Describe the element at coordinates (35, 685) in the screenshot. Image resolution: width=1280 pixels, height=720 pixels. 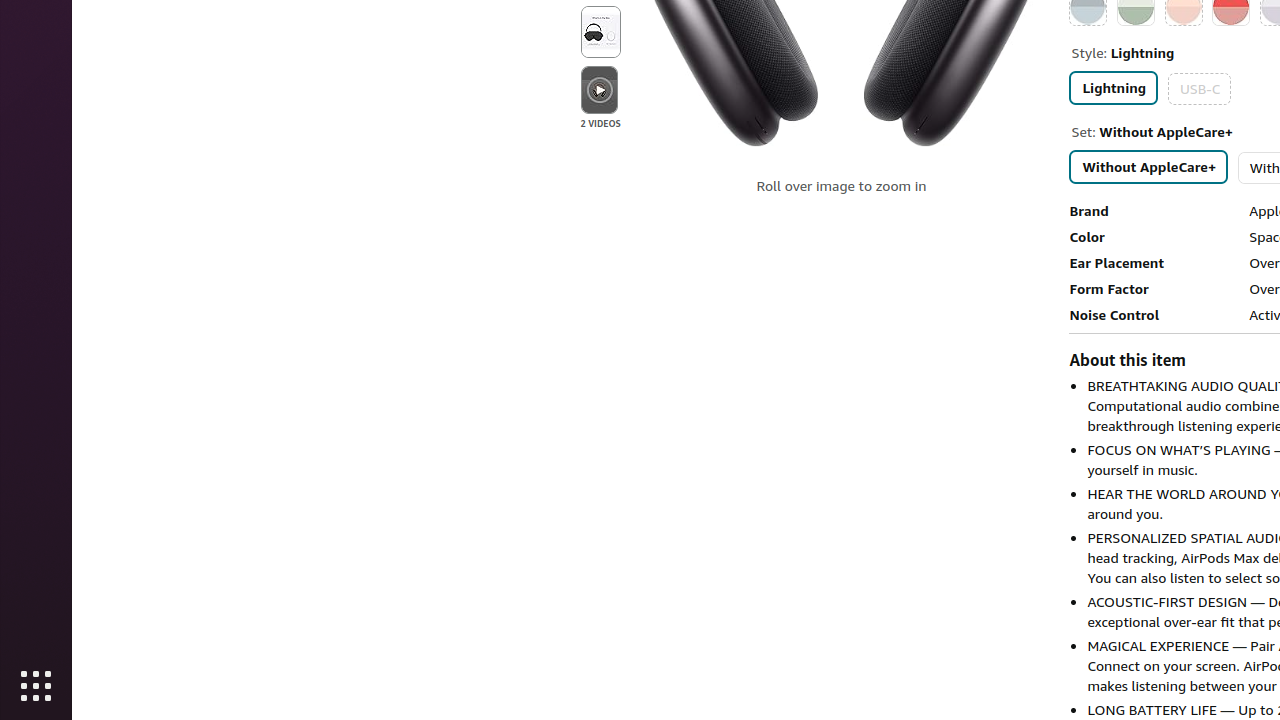
I see `'Show Applications'` at that location.